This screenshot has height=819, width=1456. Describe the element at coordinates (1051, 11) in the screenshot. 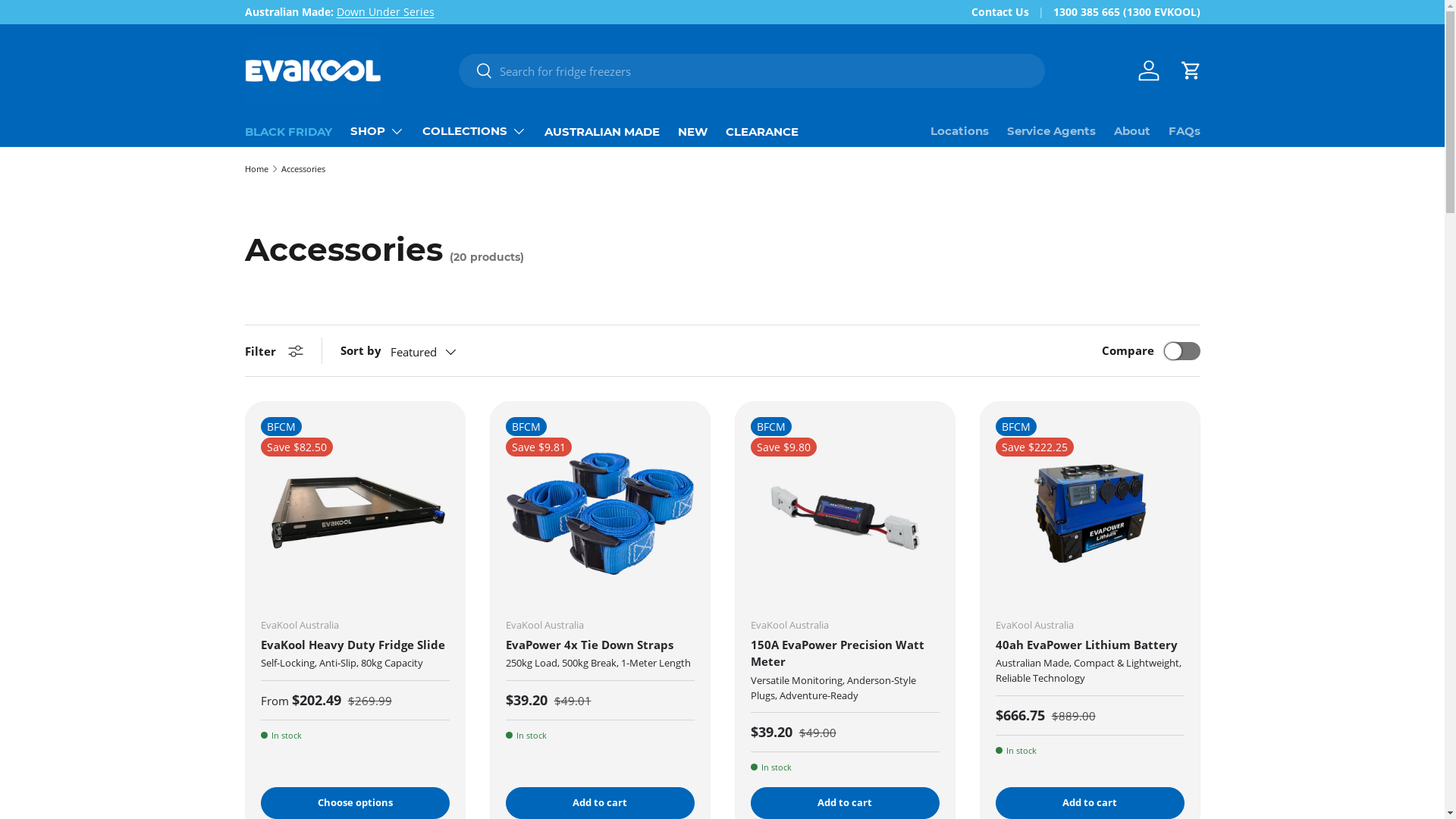

I see `'1300 385 665 (1300 EVKOOL)'` at that location.